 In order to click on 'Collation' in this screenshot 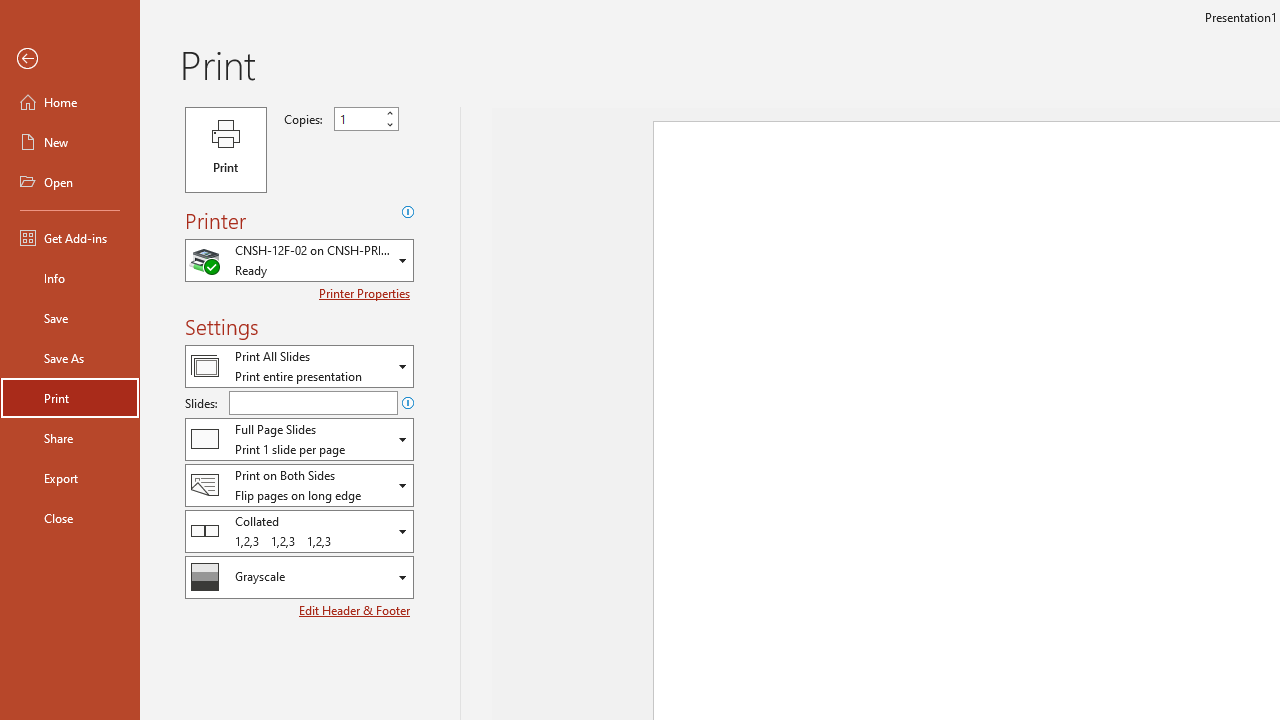, I will do `click(298, 530)`.